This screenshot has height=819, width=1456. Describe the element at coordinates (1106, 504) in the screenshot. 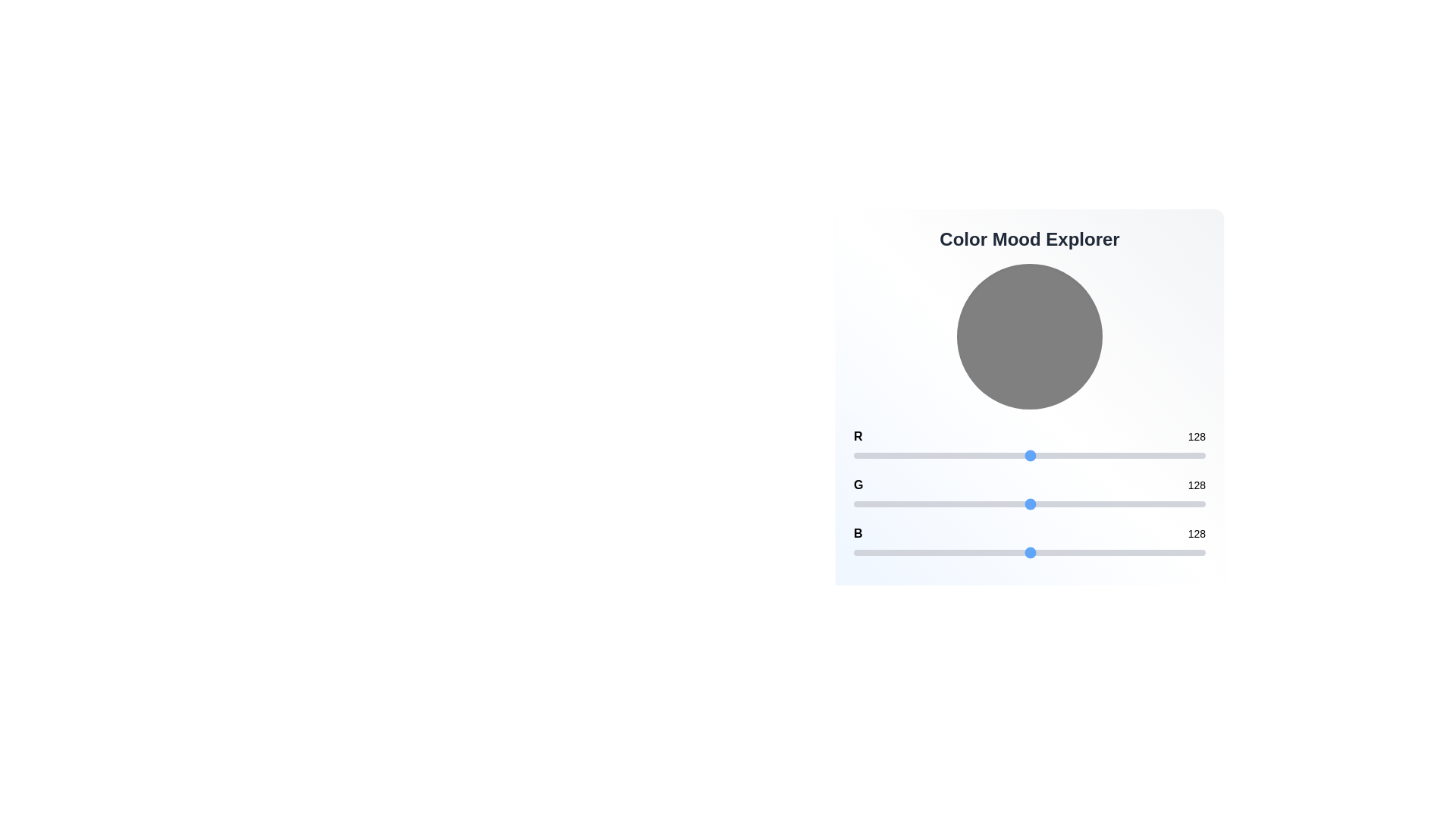

I see `the green color channel slider to 183` at that location.